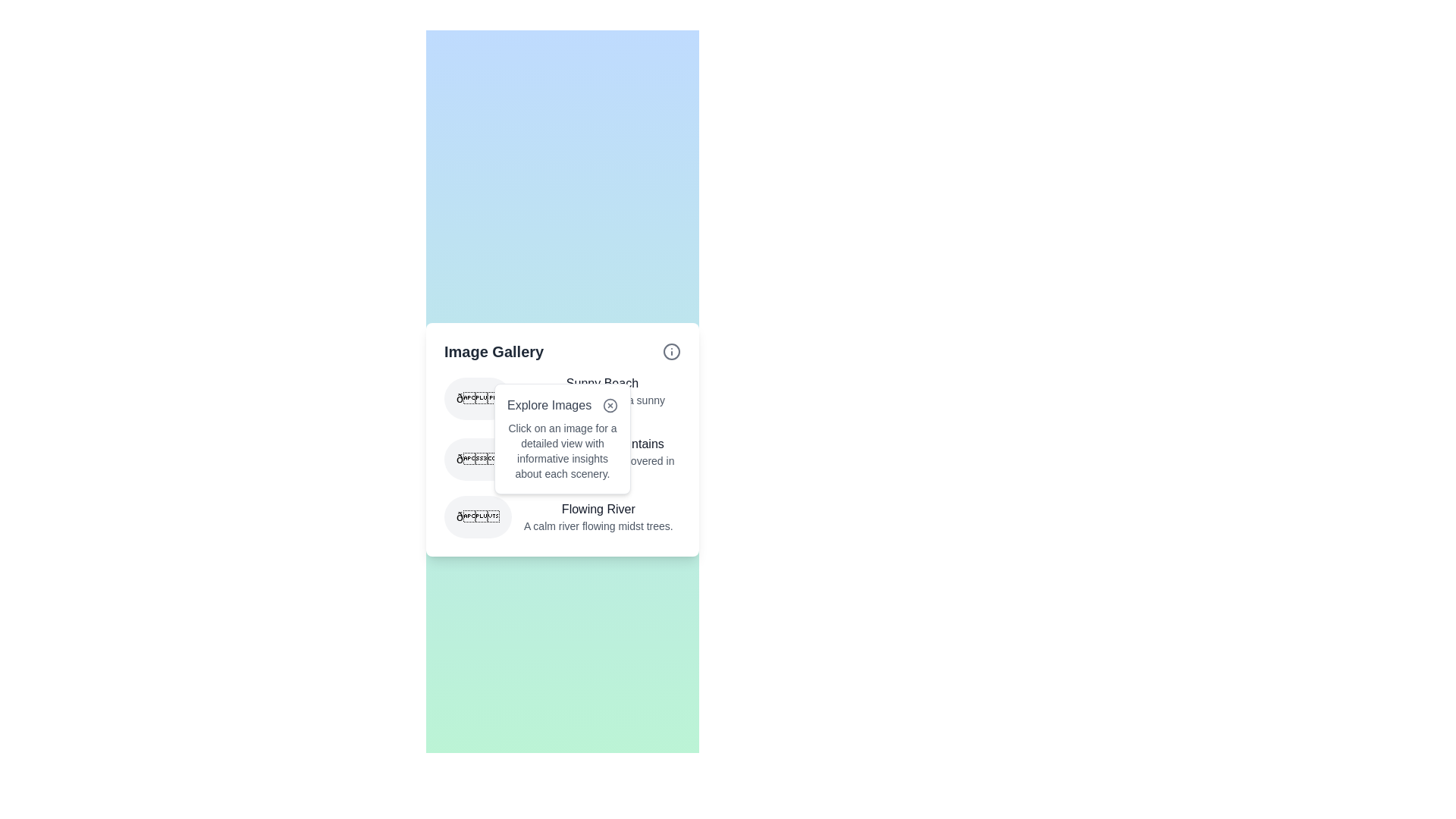 This screenshot has height=819, width=1456. Describe the element at coordinates (548, 405) in the screenshot. I see `the 'Explore Images' text label, which is displayed in a medium-weight font and dark gray color within the 'Image Gallery' card panel` at that location.